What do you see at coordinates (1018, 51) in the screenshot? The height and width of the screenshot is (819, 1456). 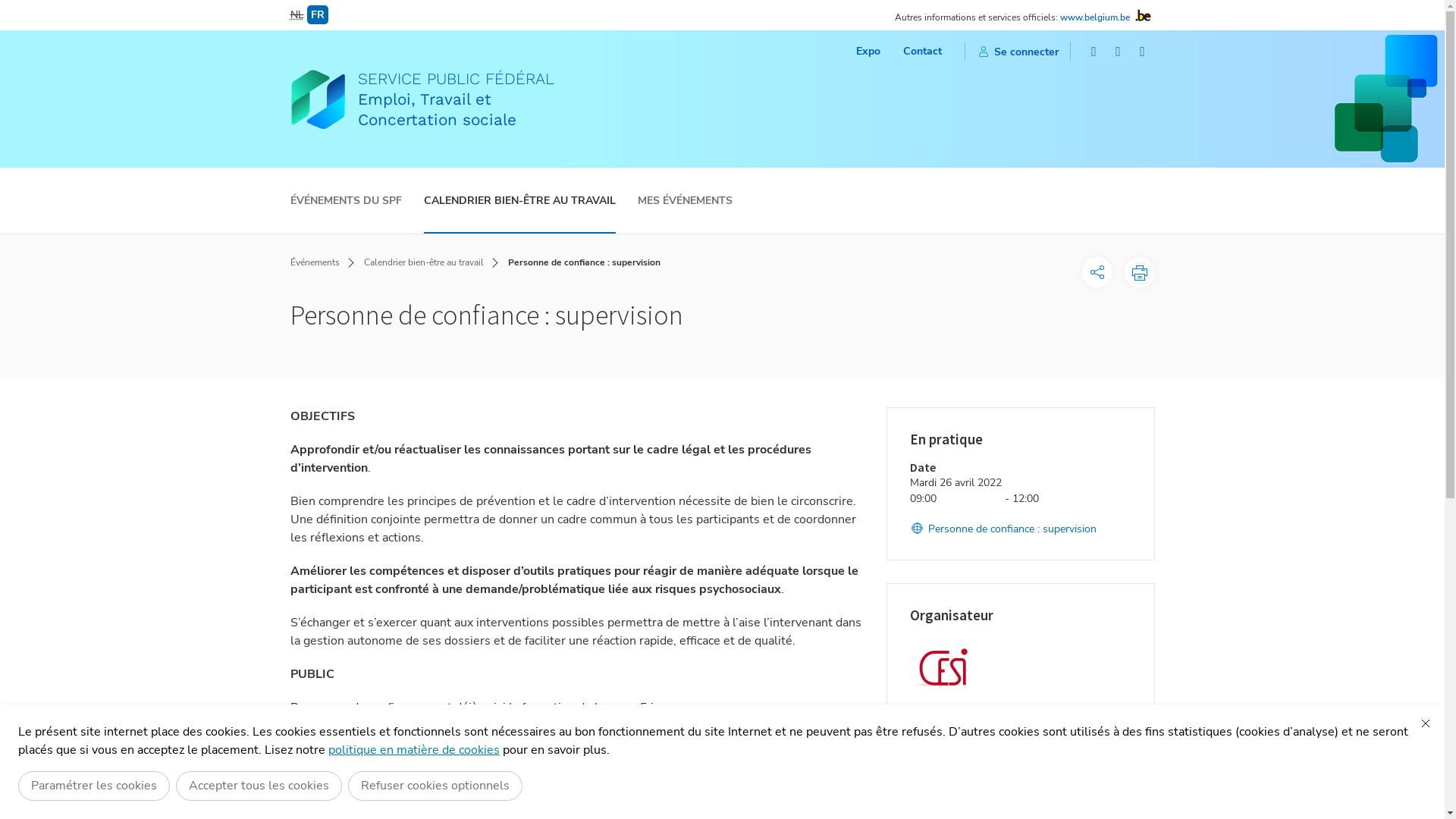 I see `'Se connecter'` at bounding box center [1018, 51].